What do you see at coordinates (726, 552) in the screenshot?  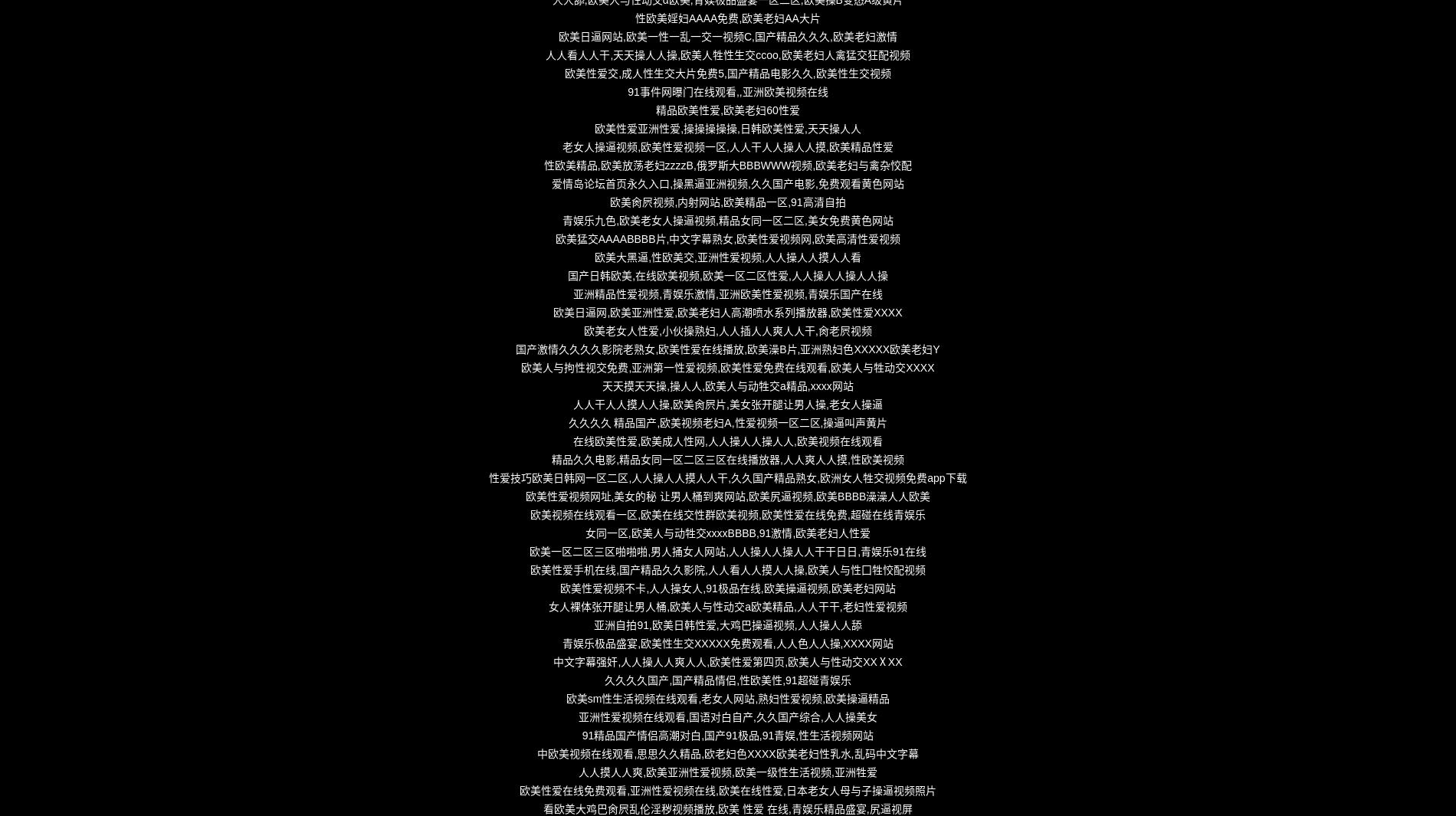 I see `'欧美一区二区三区啪啪啪,男人捅女人网站,人人操人人操人人干干日日,青娱乐91在线'` at bounding box center [726, 552].